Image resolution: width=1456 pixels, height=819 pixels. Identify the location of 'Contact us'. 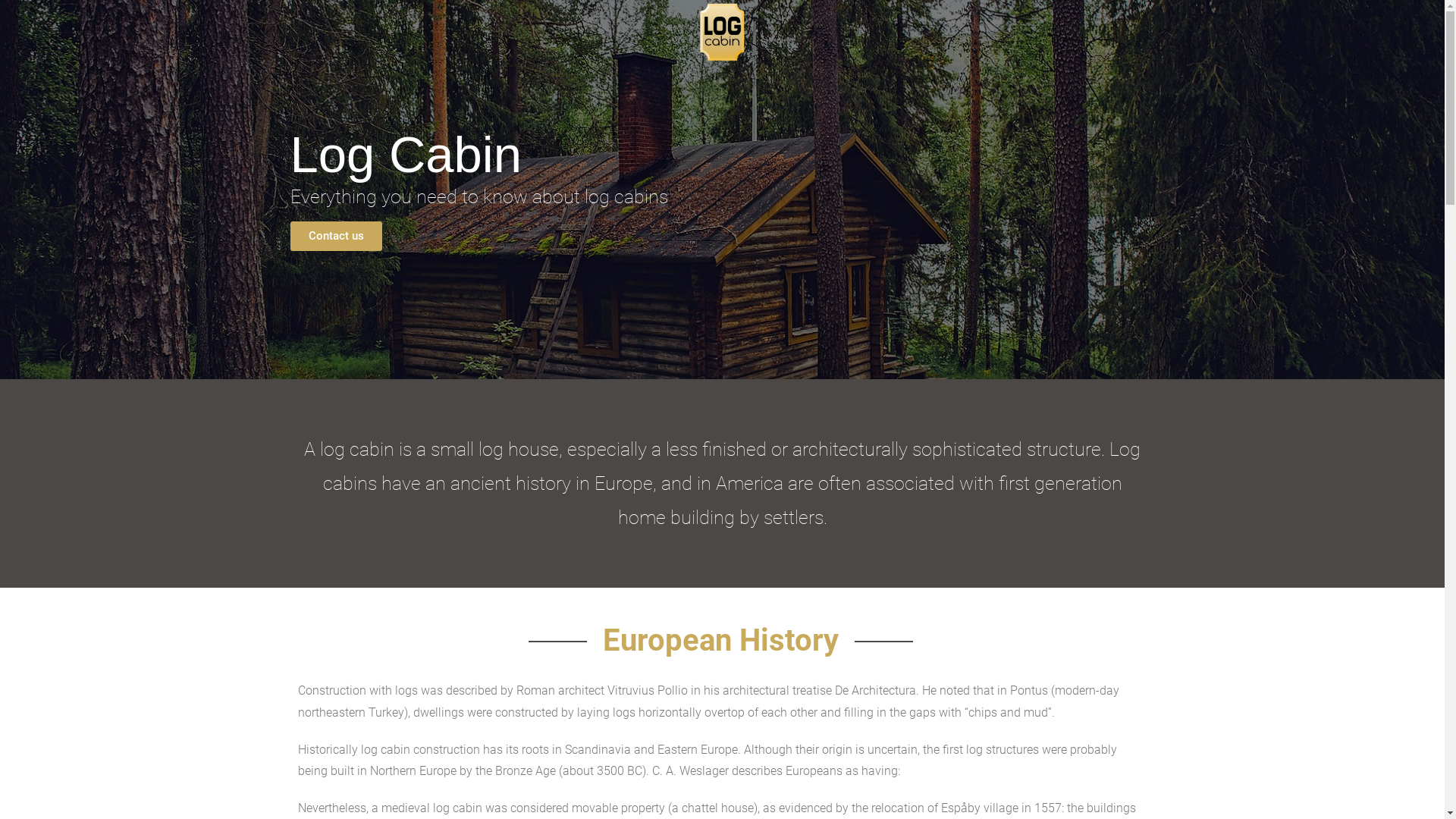
(334, 236).